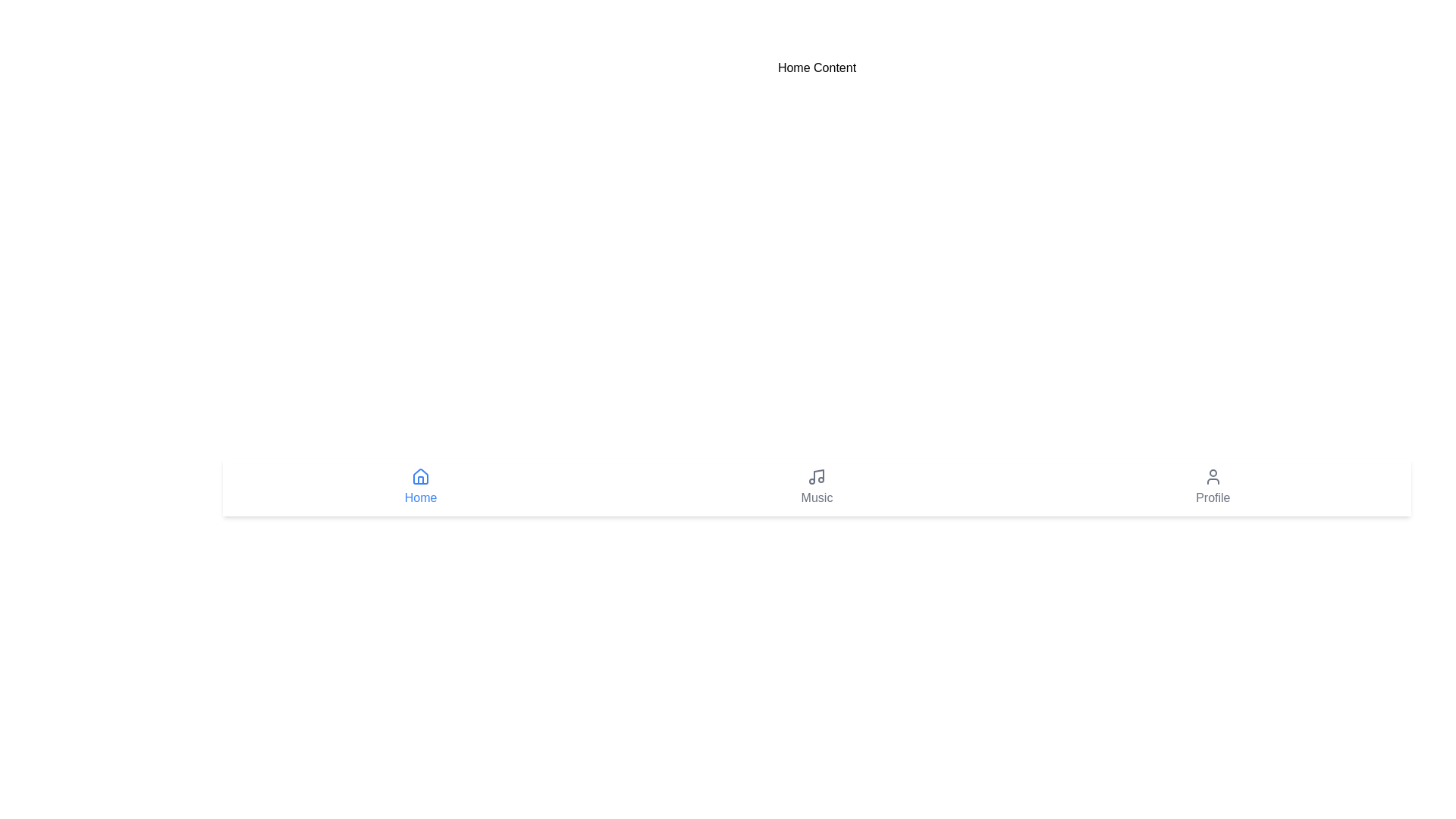 The width and height of the screenshot is (1456, 819). Describe the element at coordinates (816, 488) in the screenshot. I see `the Interactive navigation button located in the footer navigation bar` at that location.